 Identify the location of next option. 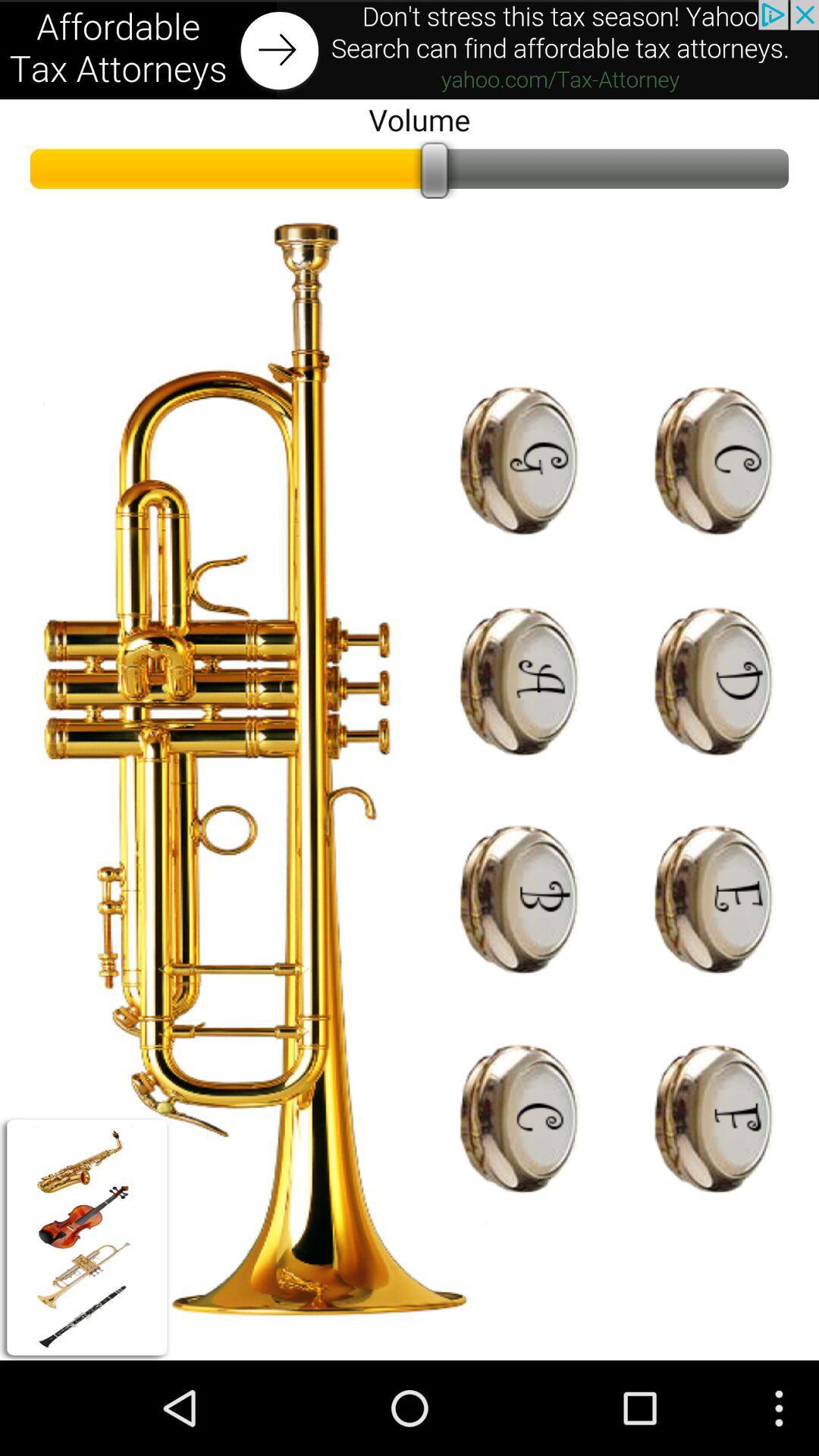
(409, 49).